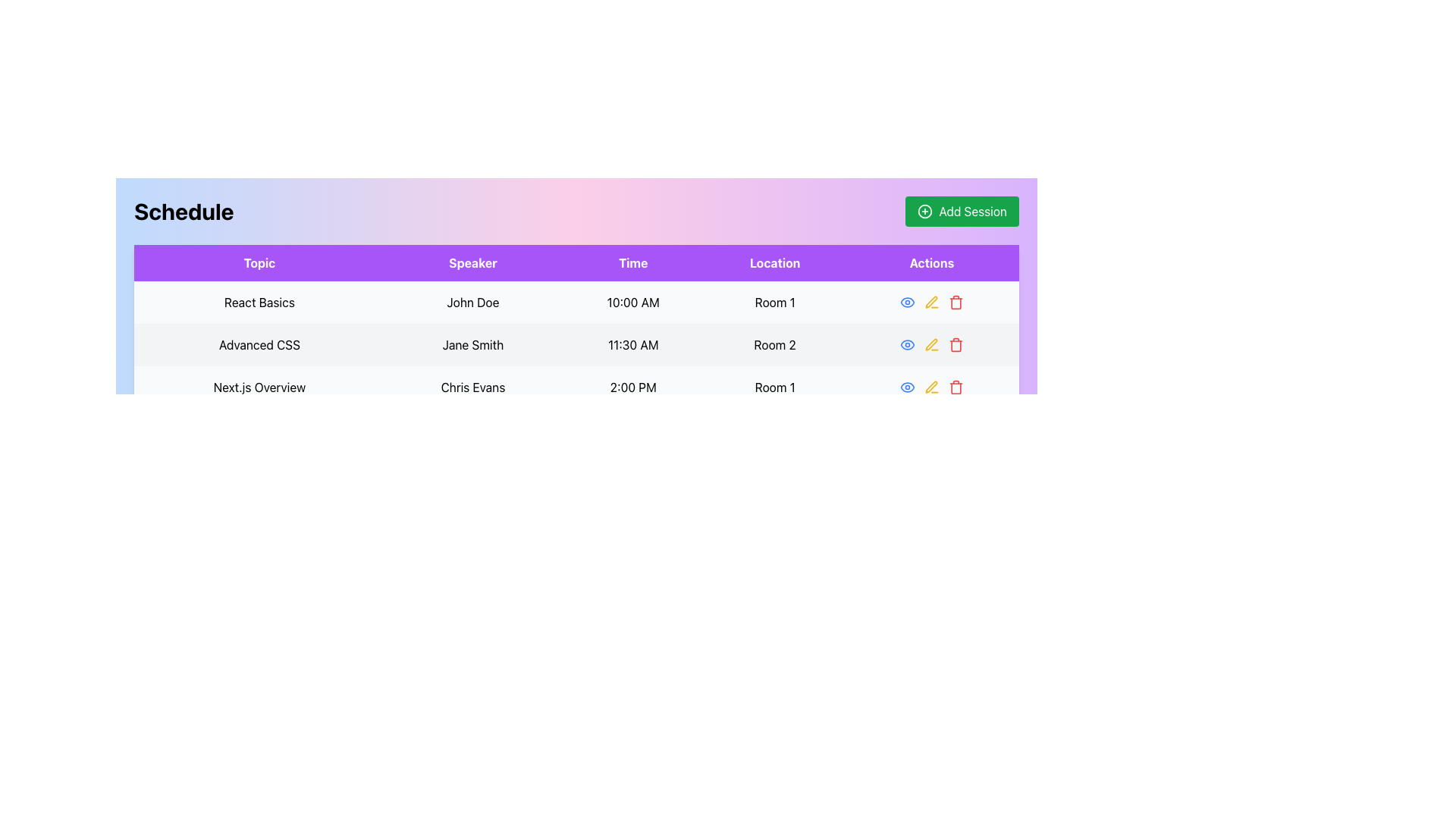 This screenshot has height=819, width=1456. I want to click on the yellow pen icon in the 'Actions' column of the table, corresponding to the second row for the 'Advanced CSS' topic, so click(930, 302).